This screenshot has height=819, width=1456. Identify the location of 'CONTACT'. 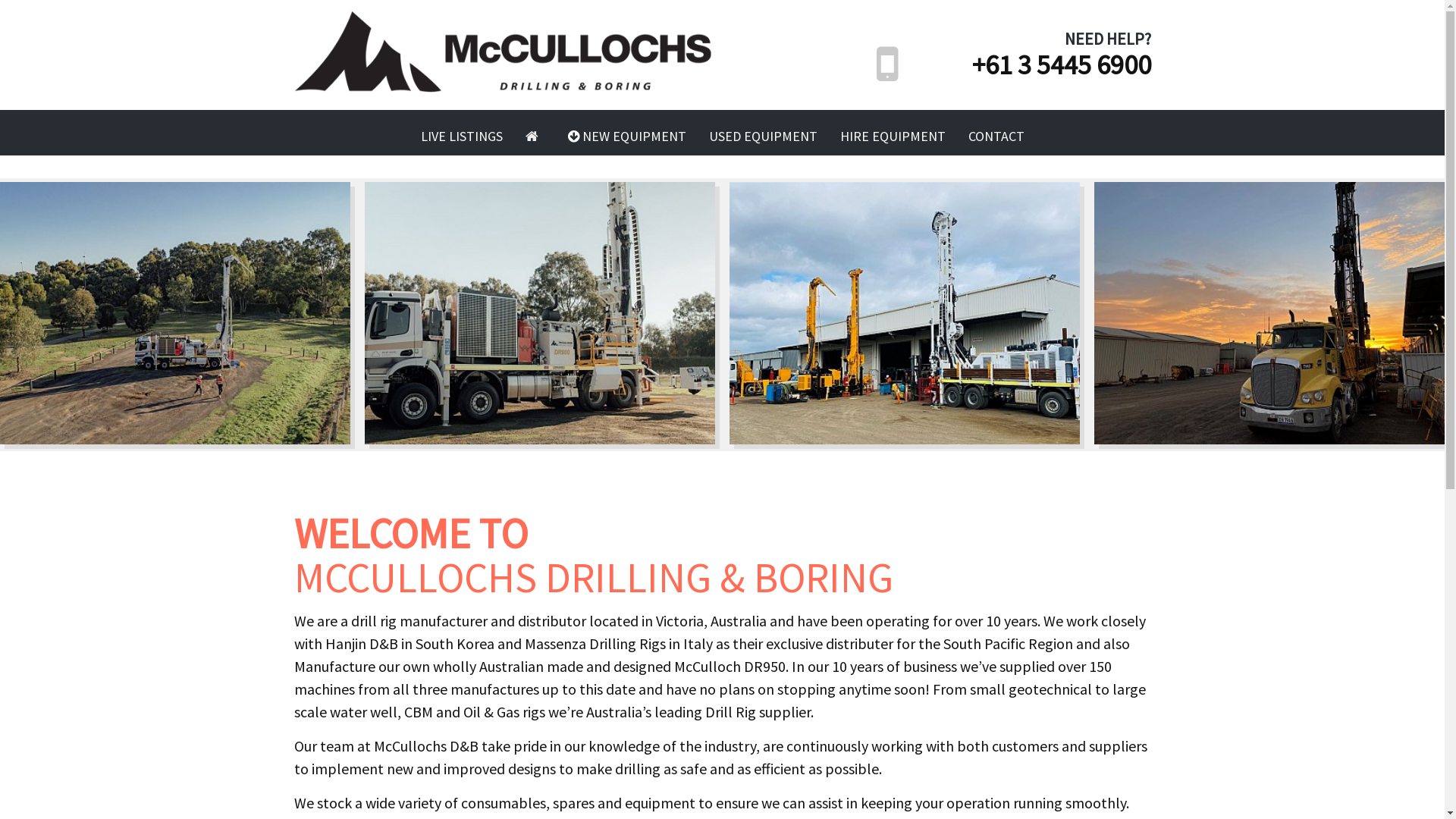
(996, 136).